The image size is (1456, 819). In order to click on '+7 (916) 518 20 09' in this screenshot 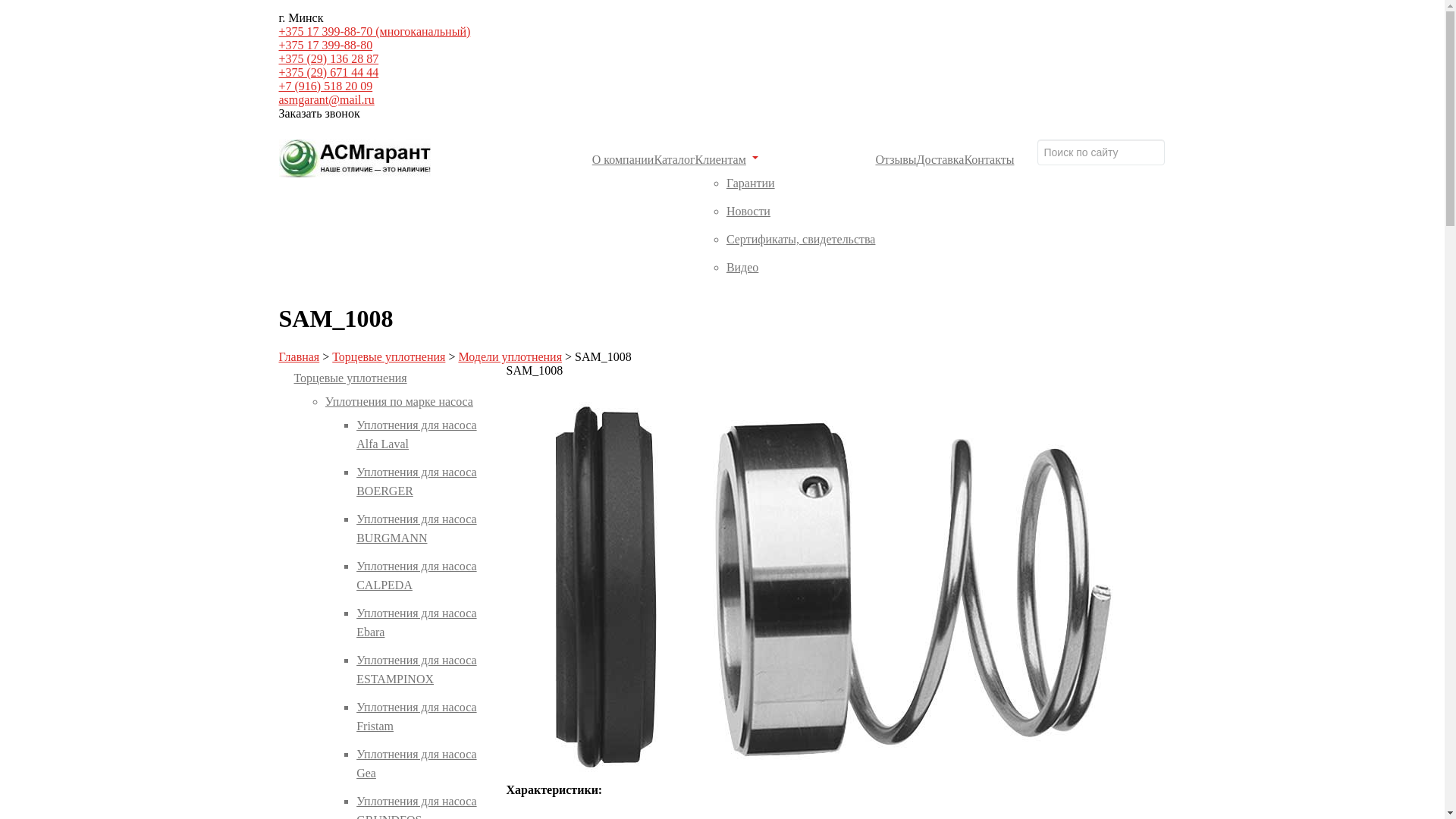, I will do `click(325, 86)`.